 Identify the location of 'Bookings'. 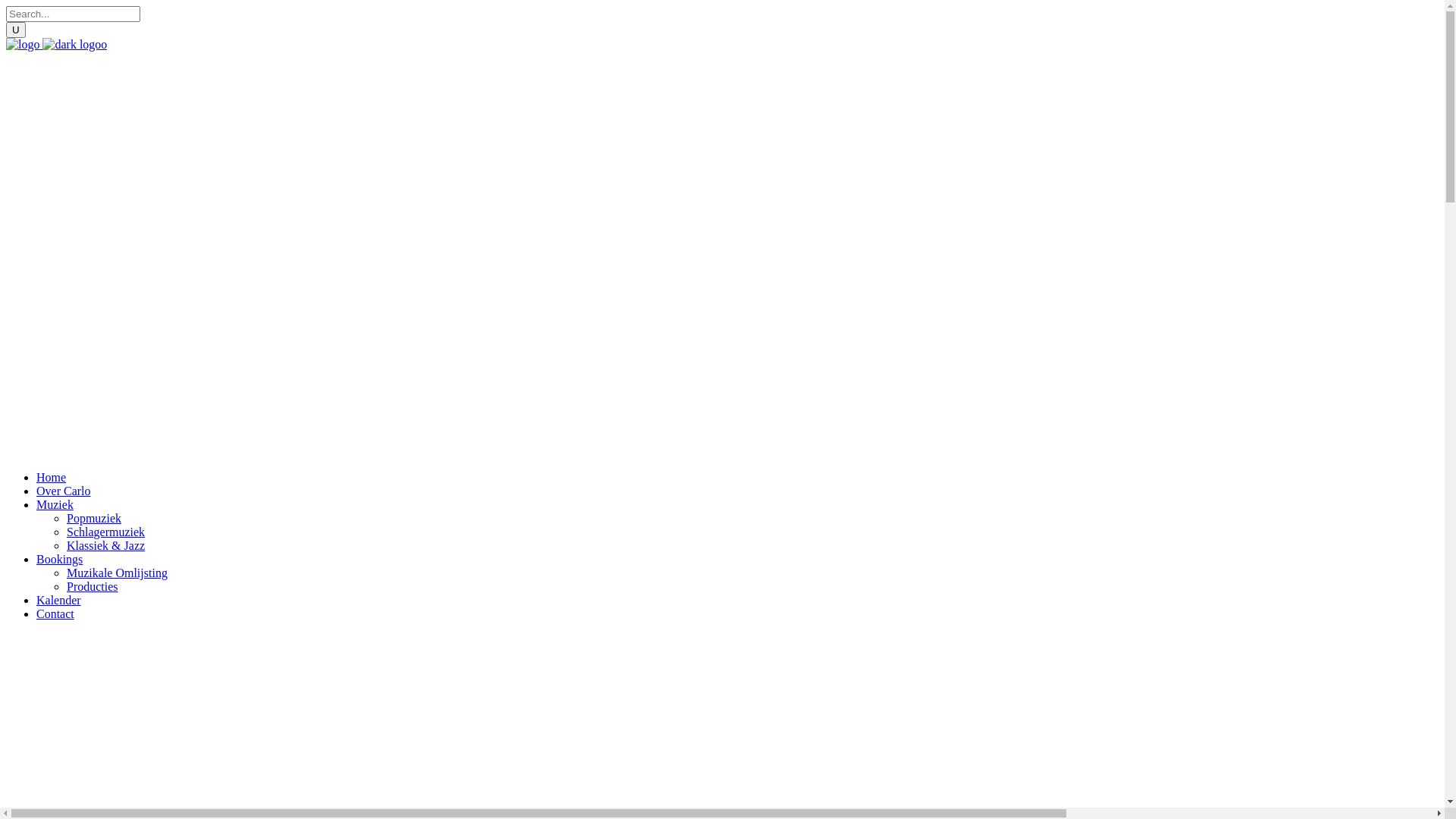
(59, 559).